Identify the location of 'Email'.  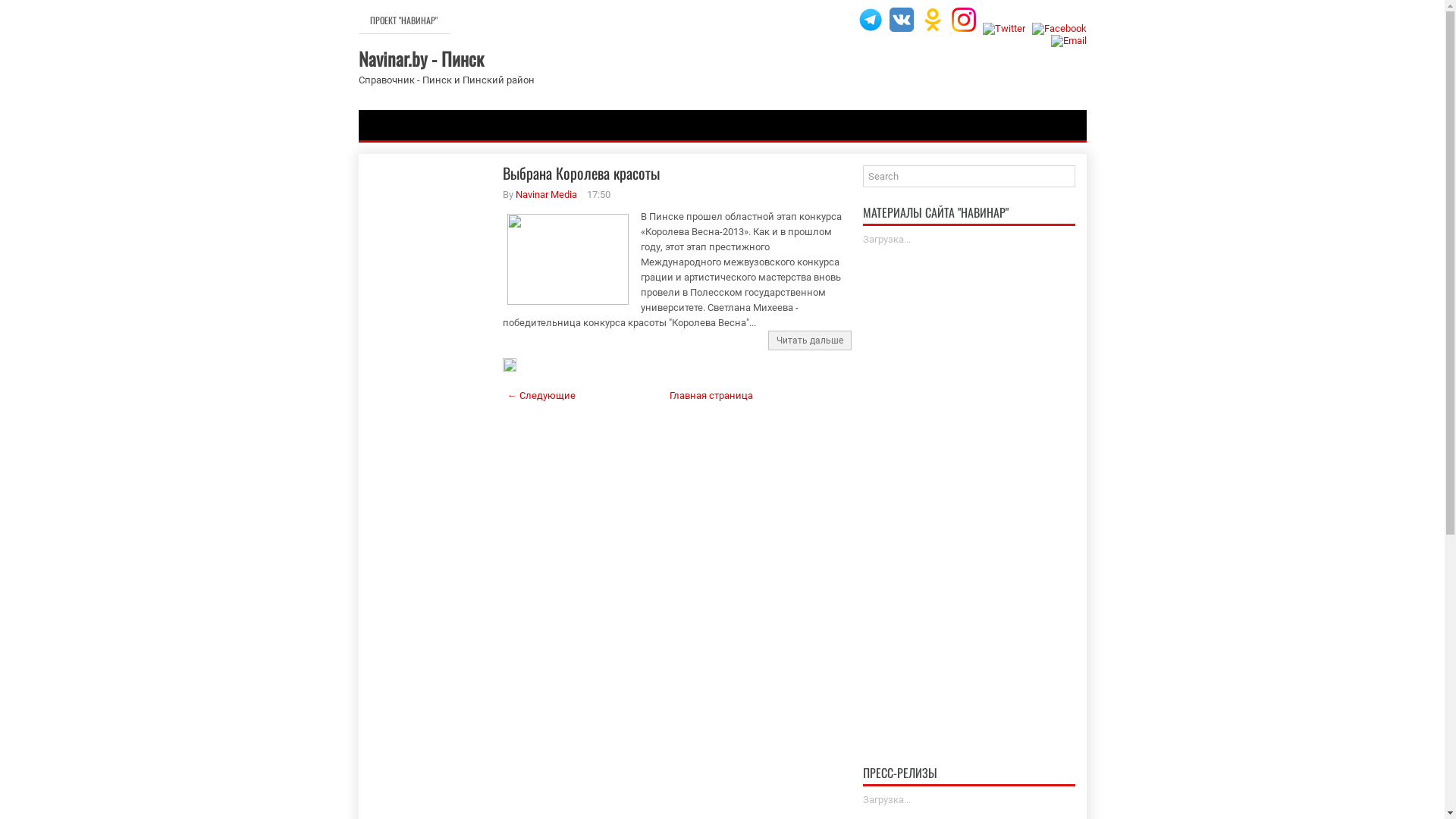
(1068, 40).